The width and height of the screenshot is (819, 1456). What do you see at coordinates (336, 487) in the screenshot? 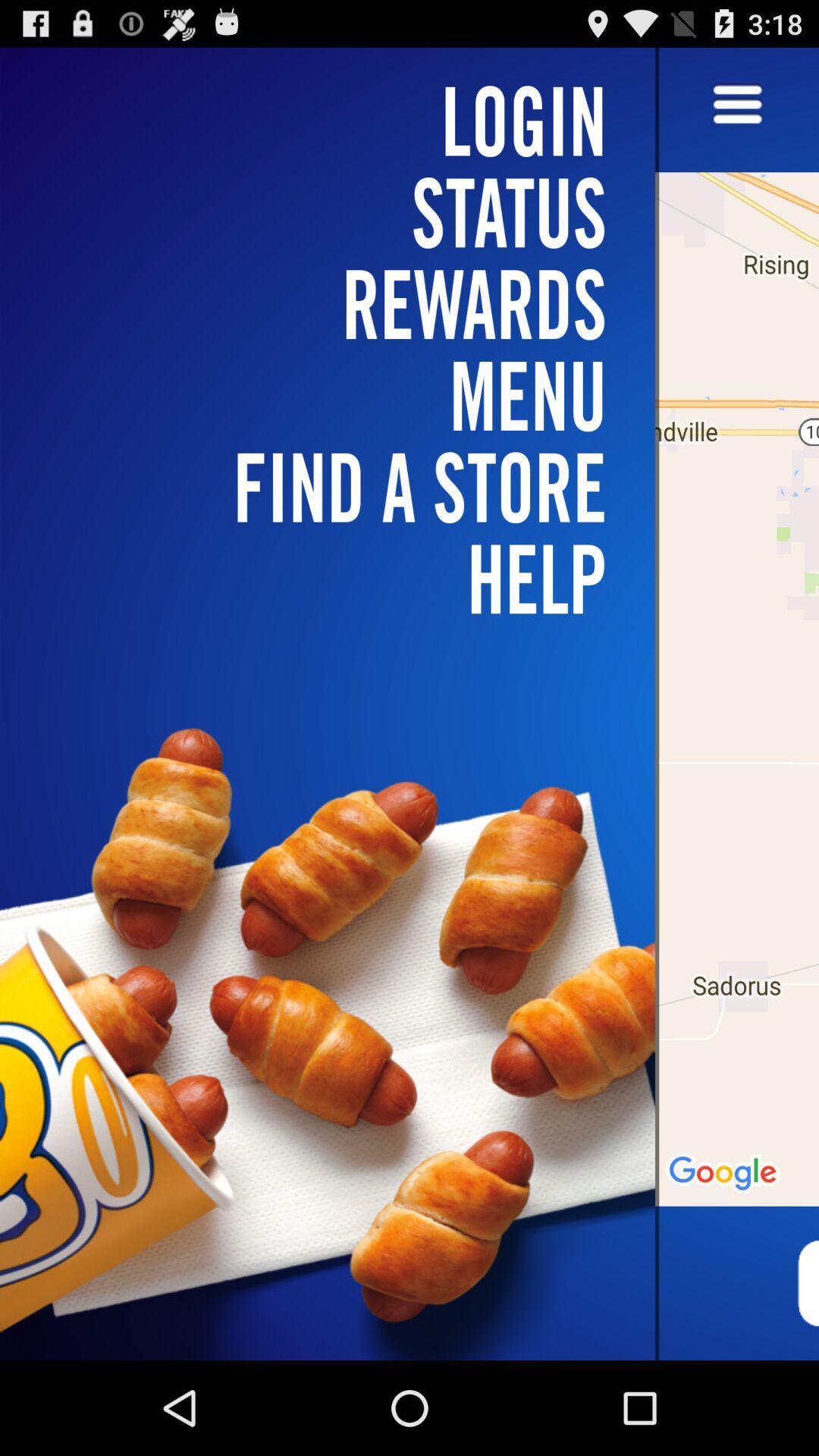
I see `the item below the rewards icon` at bounding box center [336, 487].